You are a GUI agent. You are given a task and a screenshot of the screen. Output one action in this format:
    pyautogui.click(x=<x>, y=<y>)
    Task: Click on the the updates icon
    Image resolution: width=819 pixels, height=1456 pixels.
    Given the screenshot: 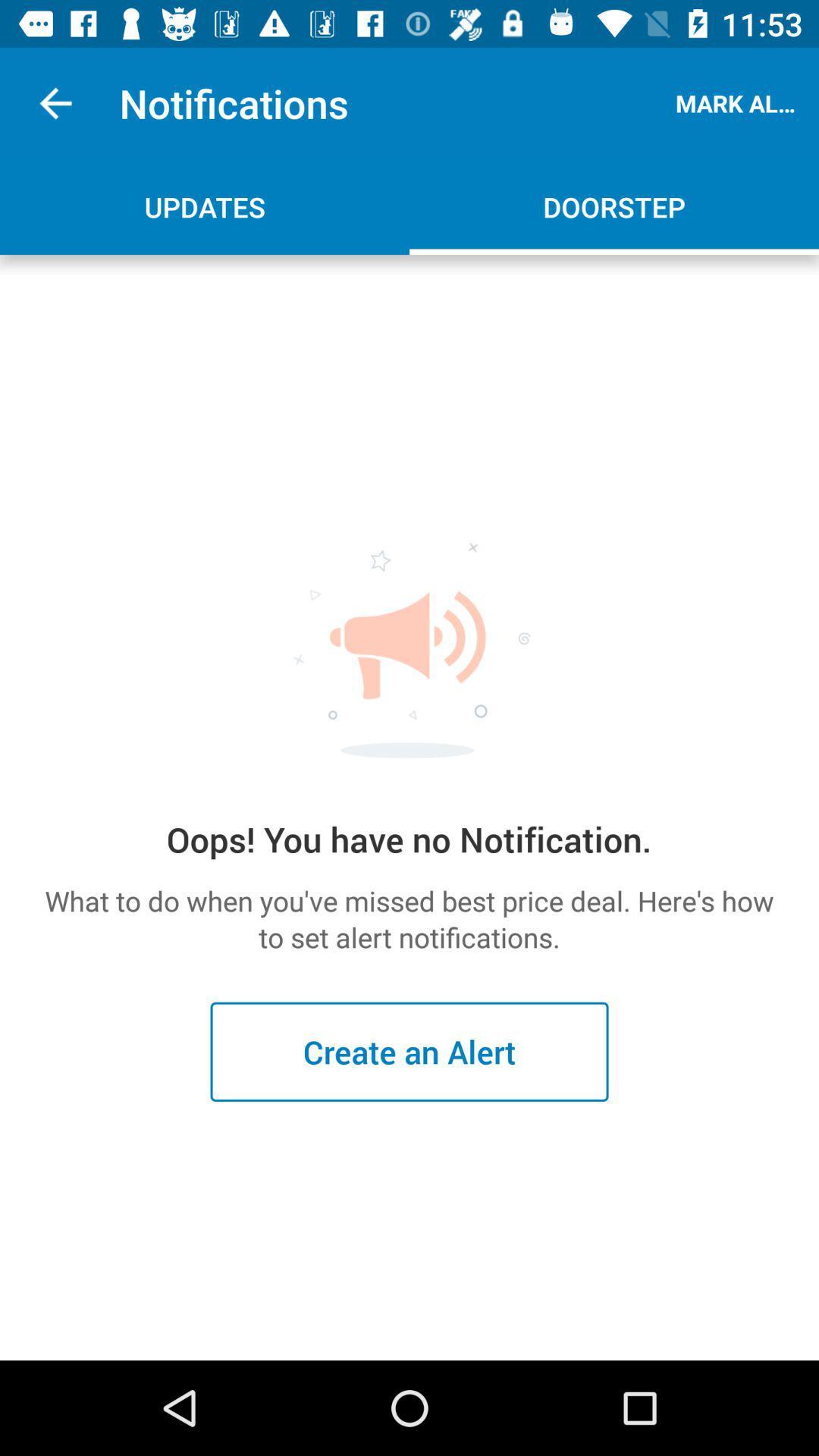 What is the action you would take?
    pyautogui.click(x=205, y=206)
    